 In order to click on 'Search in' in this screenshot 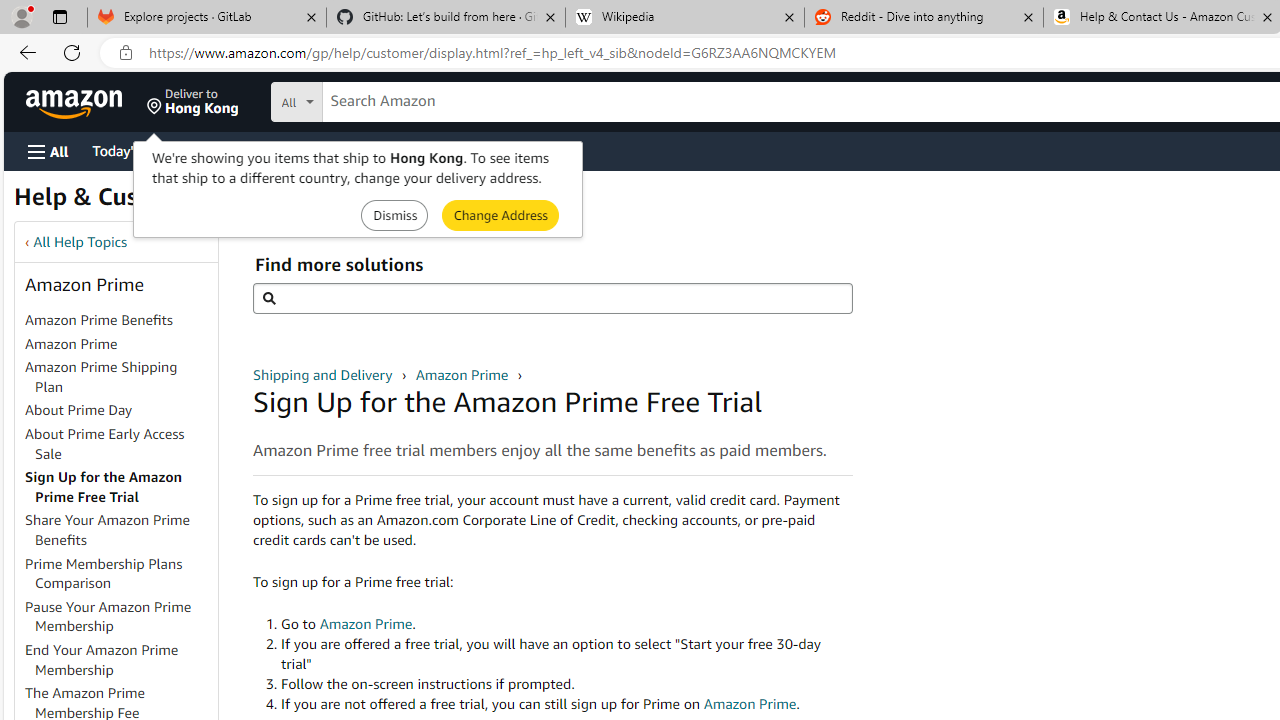, I will do `click(371, 102)`.